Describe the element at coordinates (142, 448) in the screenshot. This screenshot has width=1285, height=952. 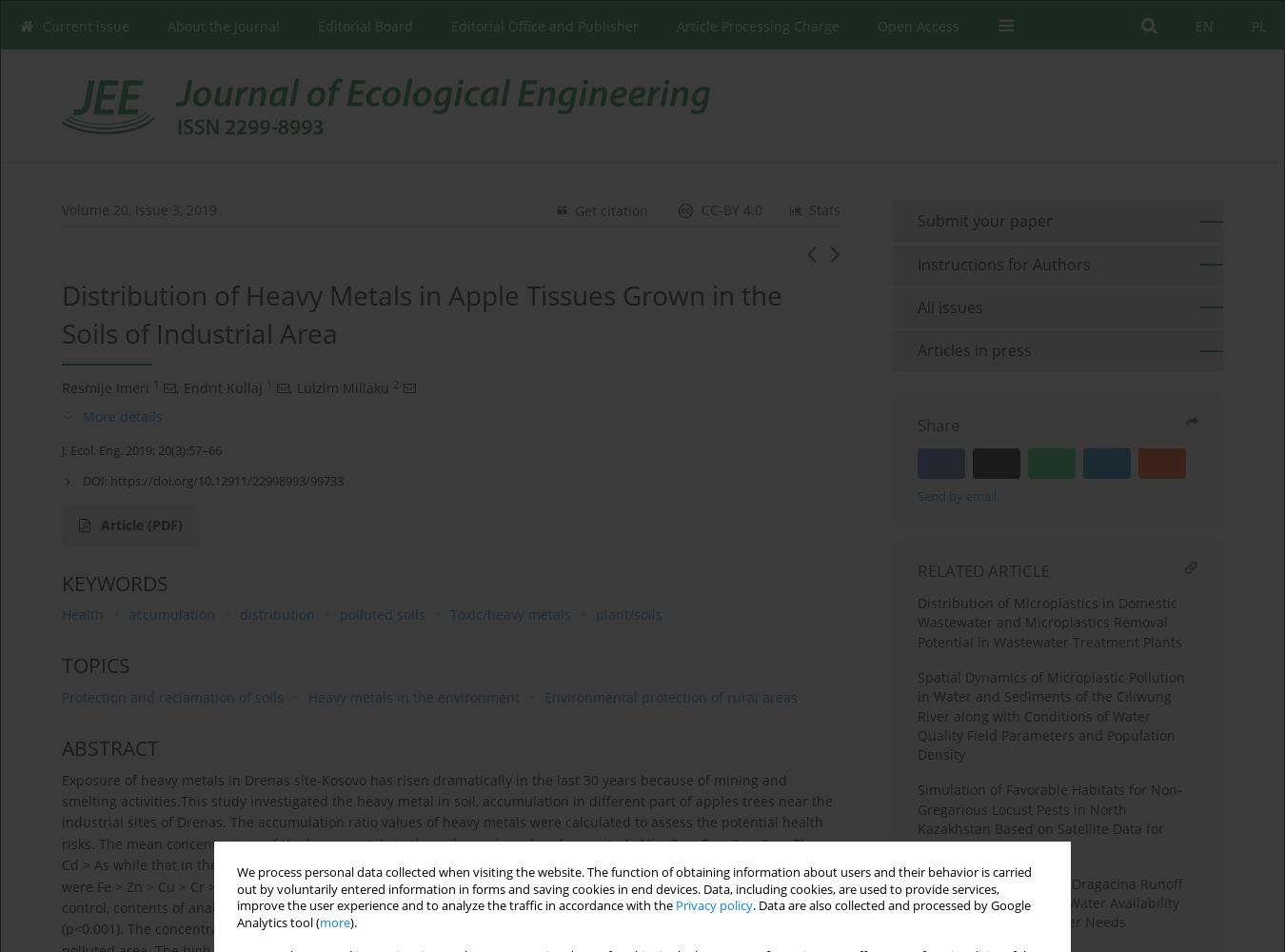
I see `'J. Ecol. Eng. 2019; 20(3):57–66'` at that location.